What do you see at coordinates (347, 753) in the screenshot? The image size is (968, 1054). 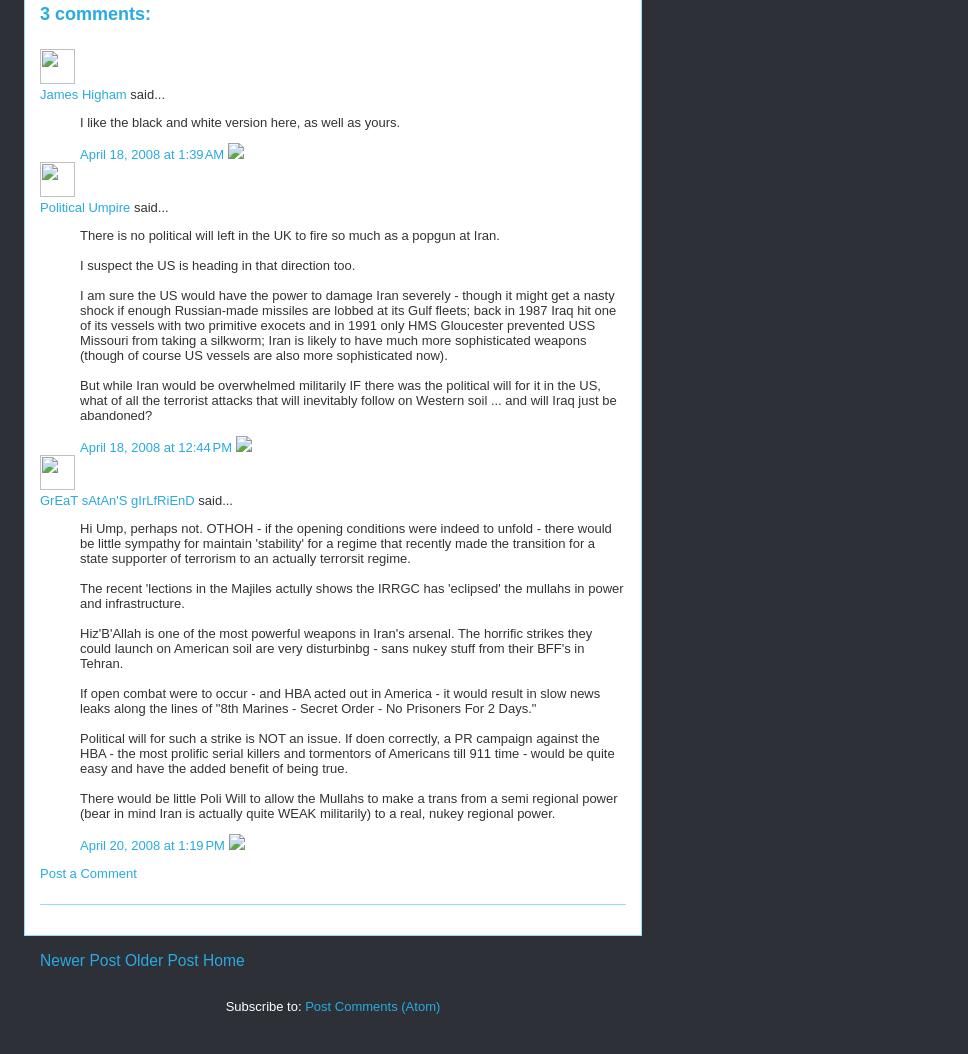 I see `'Political will for such a strike is NOT an issue. If doen correctly, a PR campaign against the HBA - the most prolific serial killers and tormentors of Americans till 911 time - would be quite easy and have the added benefit of being true.'` at bounding box center [347, 753].